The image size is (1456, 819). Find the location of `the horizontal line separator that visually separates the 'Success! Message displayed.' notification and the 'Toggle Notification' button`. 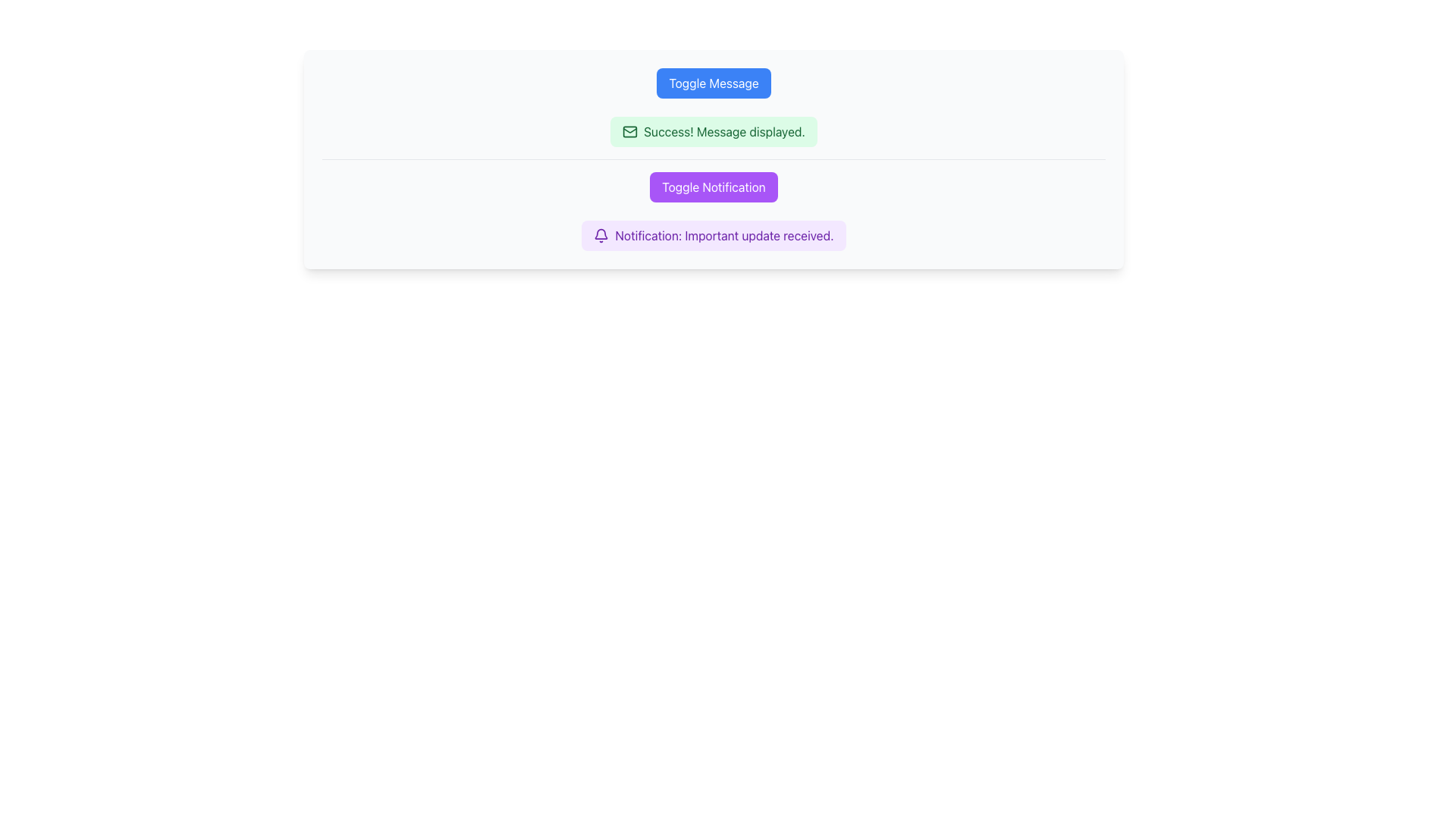

the horizontal line separator that visually separates the 'Success! Message displayed.' notification and the 'Toggle Notification' button is located at coordinates (713, 159).